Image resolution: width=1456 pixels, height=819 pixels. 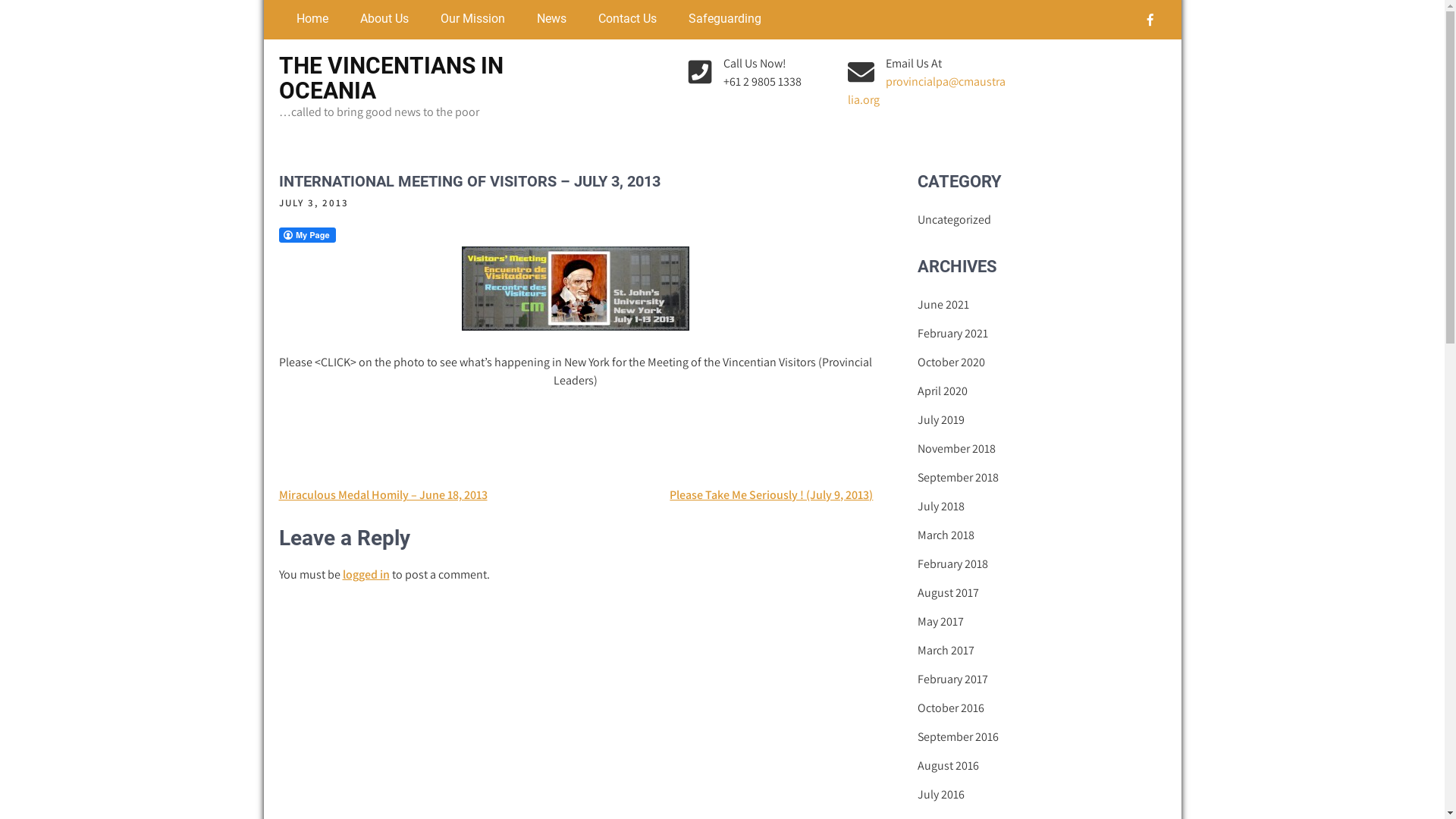 What do you see at coordinates (947, 592) in the screenshot?
I see `'August 2017'` at bounding box center [947, 592].